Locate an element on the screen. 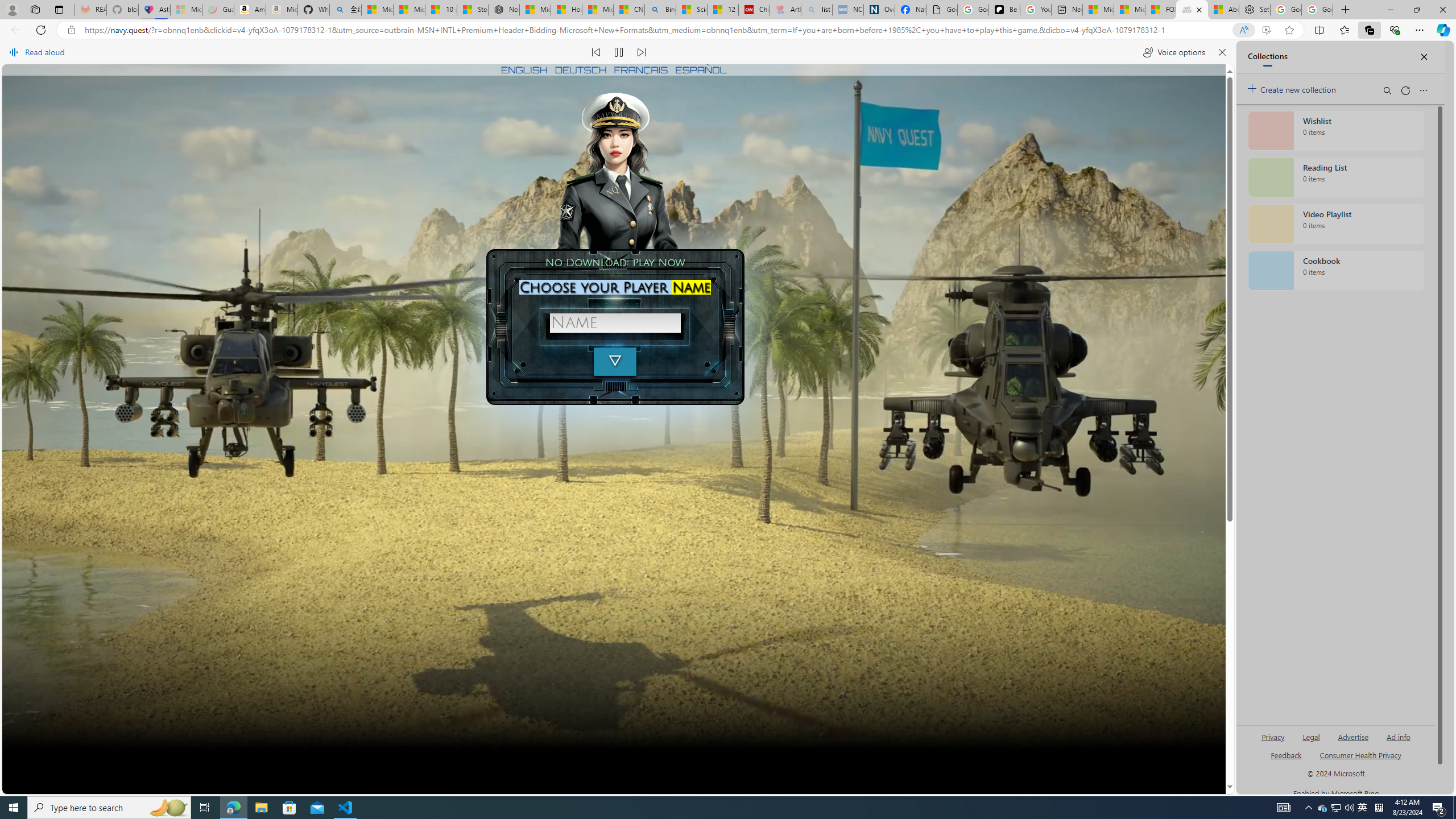  'Split screen' is located at coordinates (1319, 29).